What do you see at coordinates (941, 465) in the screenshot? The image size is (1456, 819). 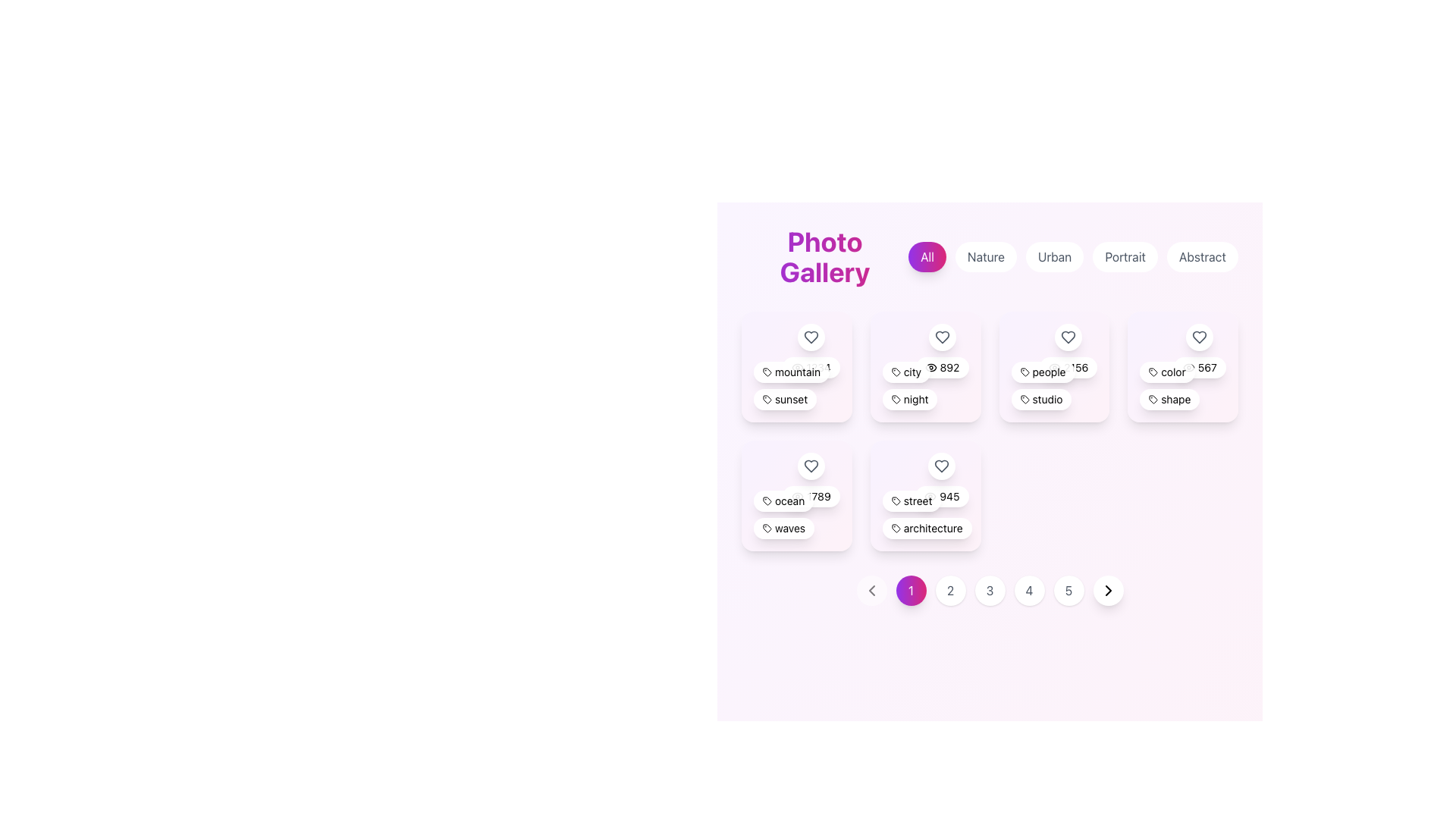 I see `the circular button with a white background and a gray heart icon in the center to like this item` at bounding box center [941, 465].